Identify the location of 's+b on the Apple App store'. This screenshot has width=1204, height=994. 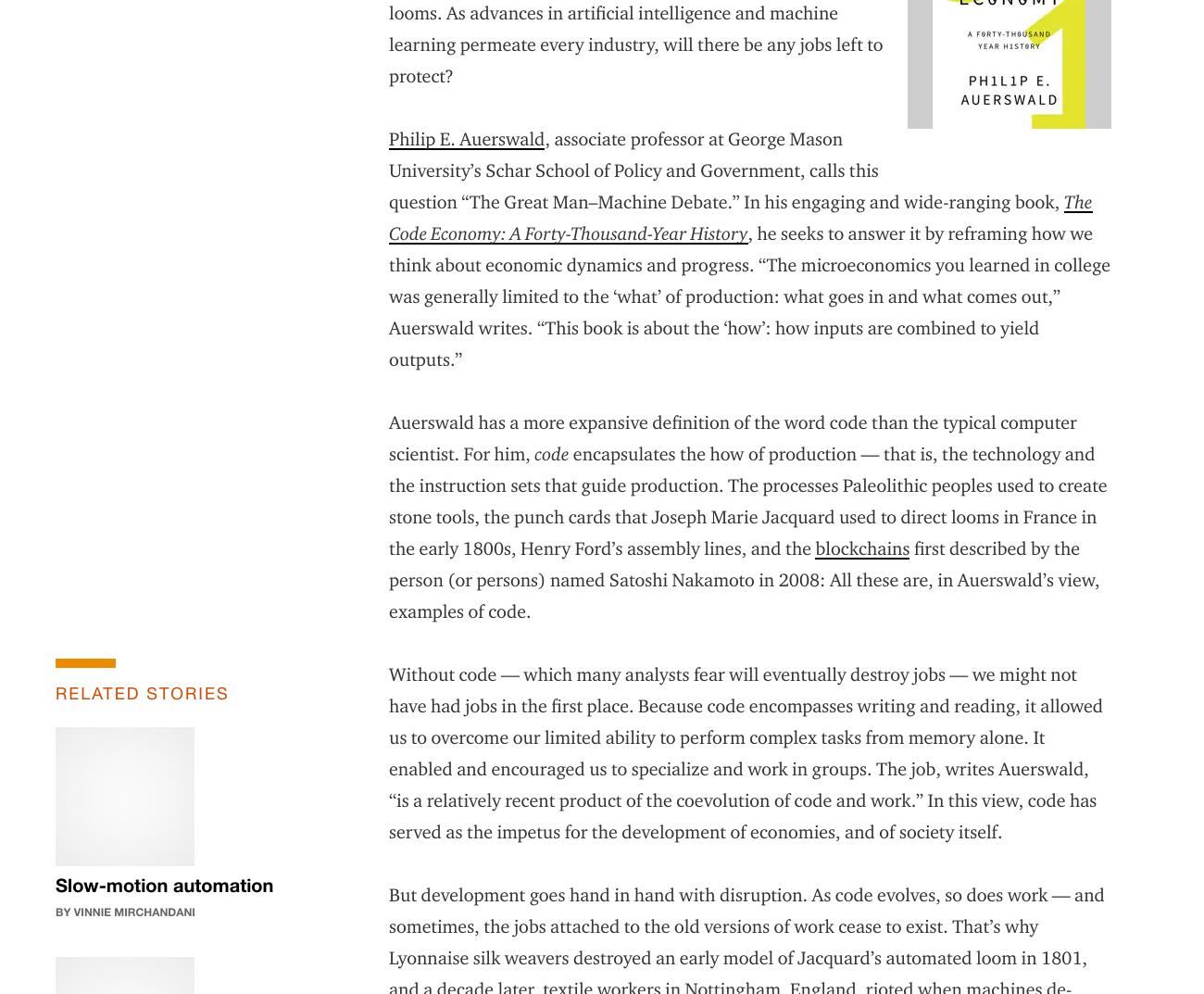
(934, 855).